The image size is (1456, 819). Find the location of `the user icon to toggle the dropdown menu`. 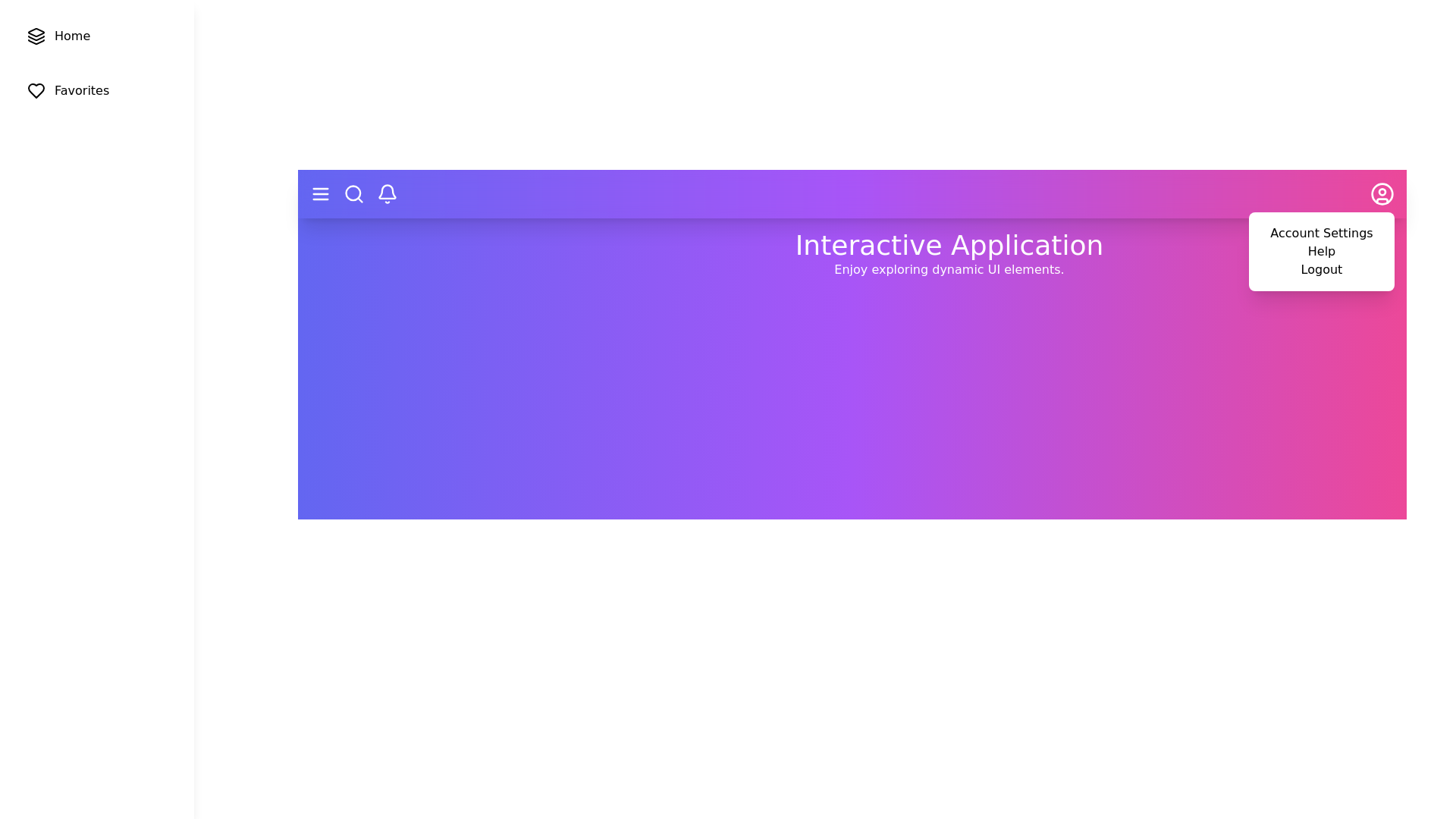

the user icon to toggle the dropdown menu is located at coordinates (1382, 193).